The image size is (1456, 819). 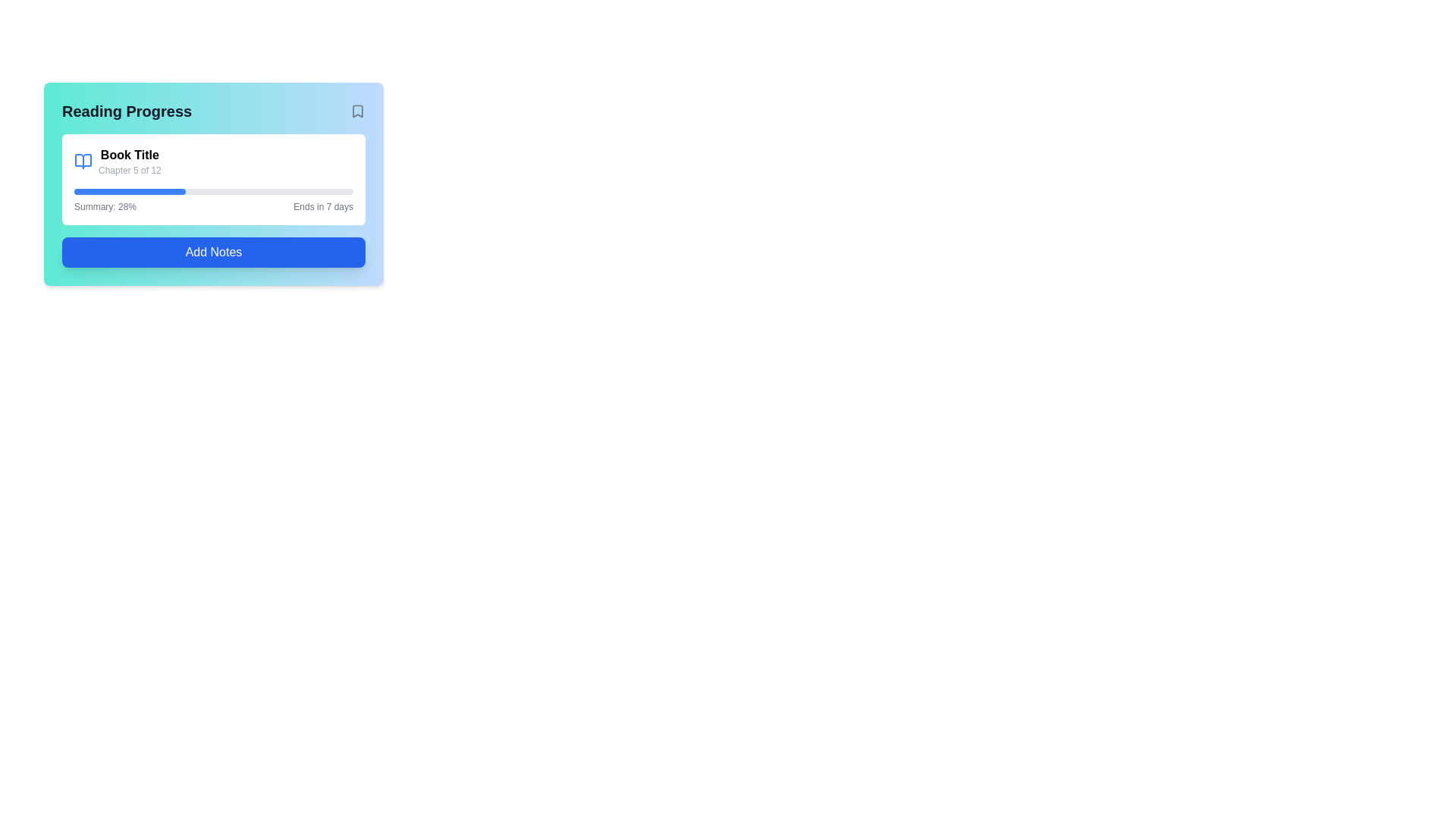 What do you see at coordinates (356, 110) in the screenshot?
I see `the bookmark icon located in the top-right corner of the 'Reading Progress' card` at bounding box center [356, 110].